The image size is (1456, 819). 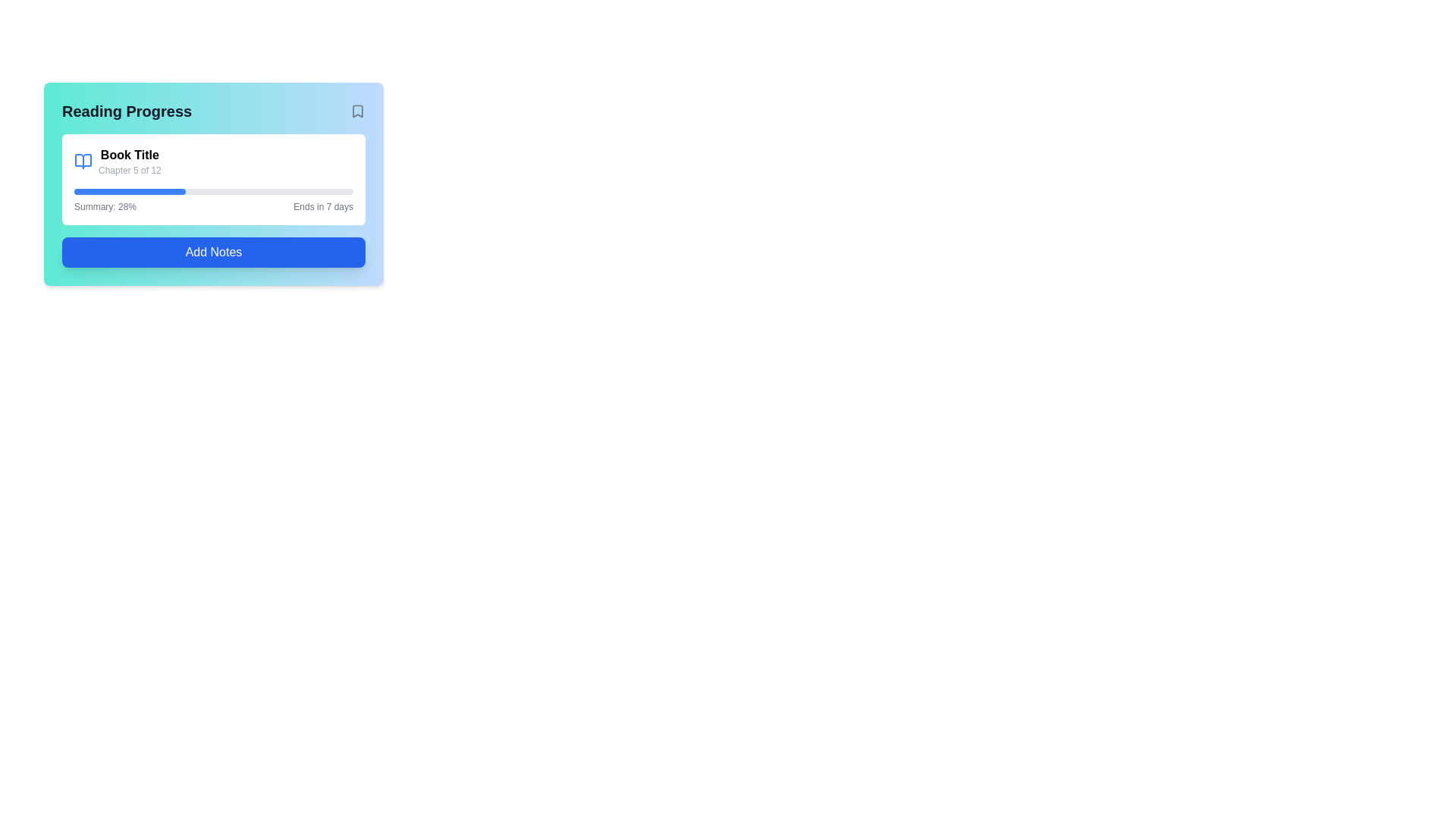 What do you see at coordinates (356, 110) in the screenshot?
I see `the bookmark icon located in the top-right corner of the 'Reading Progress' card` at bounding box center [356, 110].